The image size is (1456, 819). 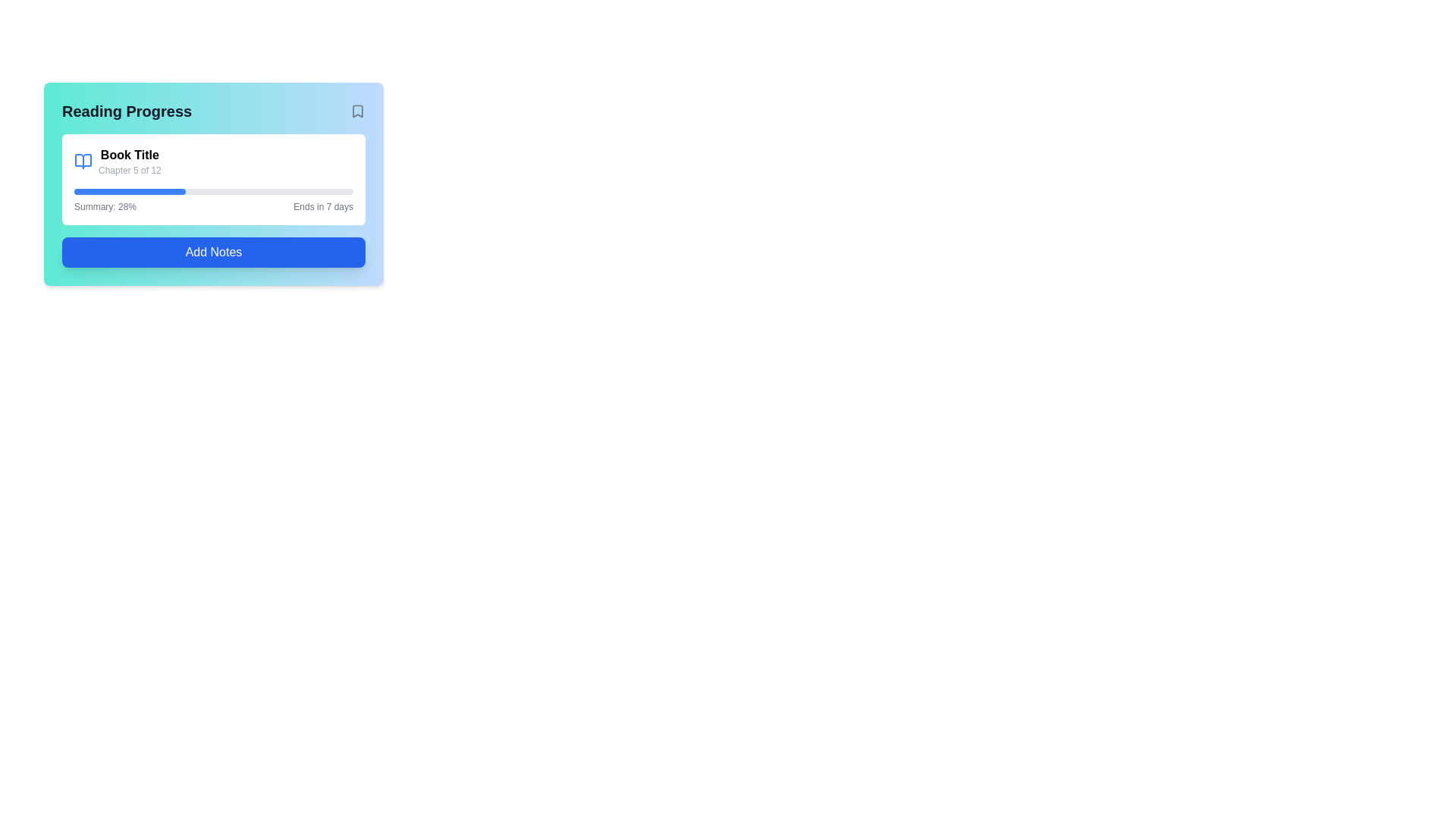 What do you see at coordinates (356, 110) in the screenshot?
I see `the bookmark icon located in the top-right corner of the 'Reading Progress' card` at bounding box center [356, 110].